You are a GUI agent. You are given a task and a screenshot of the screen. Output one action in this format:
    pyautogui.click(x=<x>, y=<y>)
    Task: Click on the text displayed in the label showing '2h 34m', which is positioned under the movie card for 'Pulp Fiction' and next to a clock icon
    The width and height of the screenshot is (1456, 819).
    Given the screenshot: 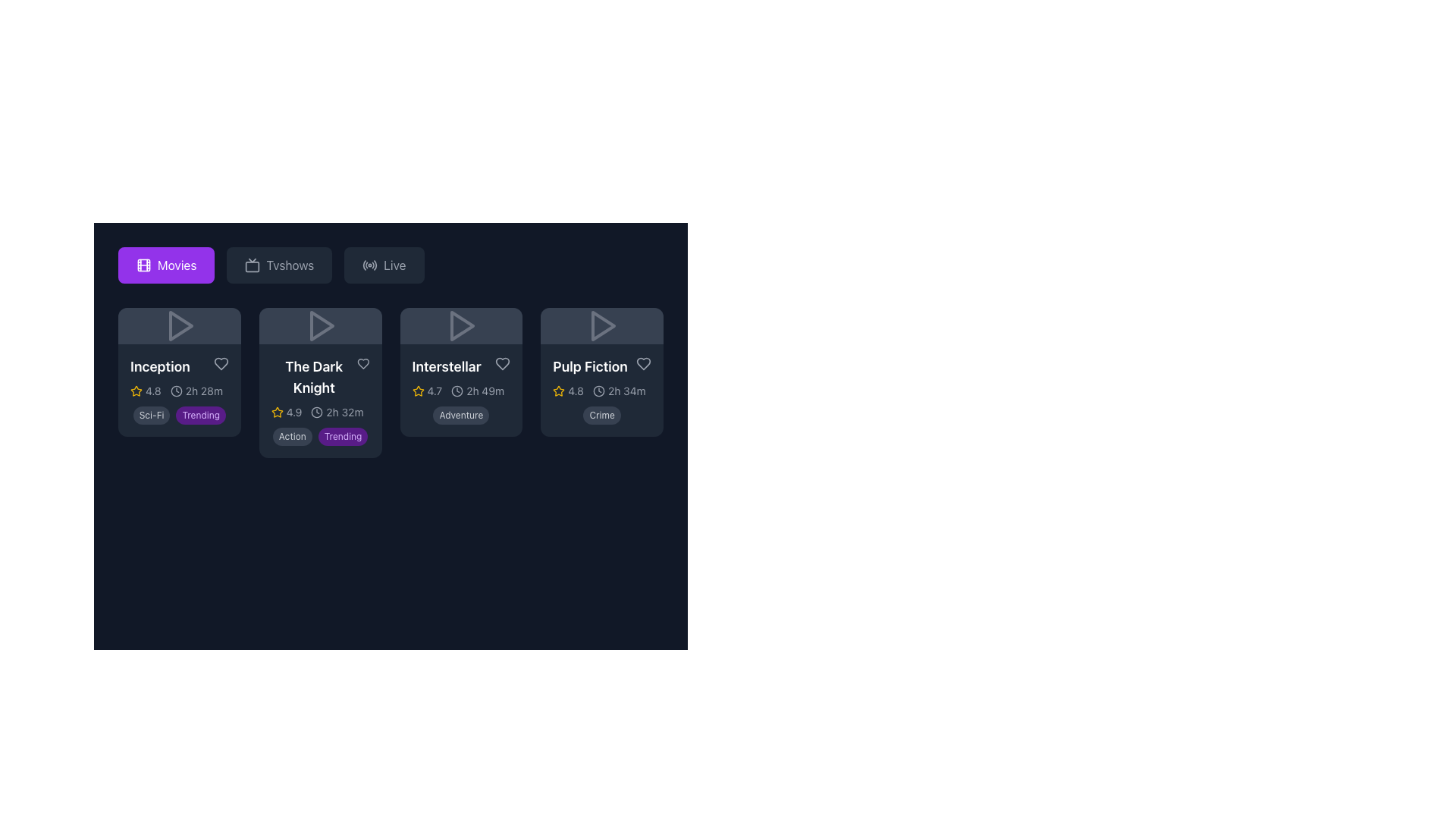 What is the action you would take?
    pyautogui.click(x=626, y=391)
    